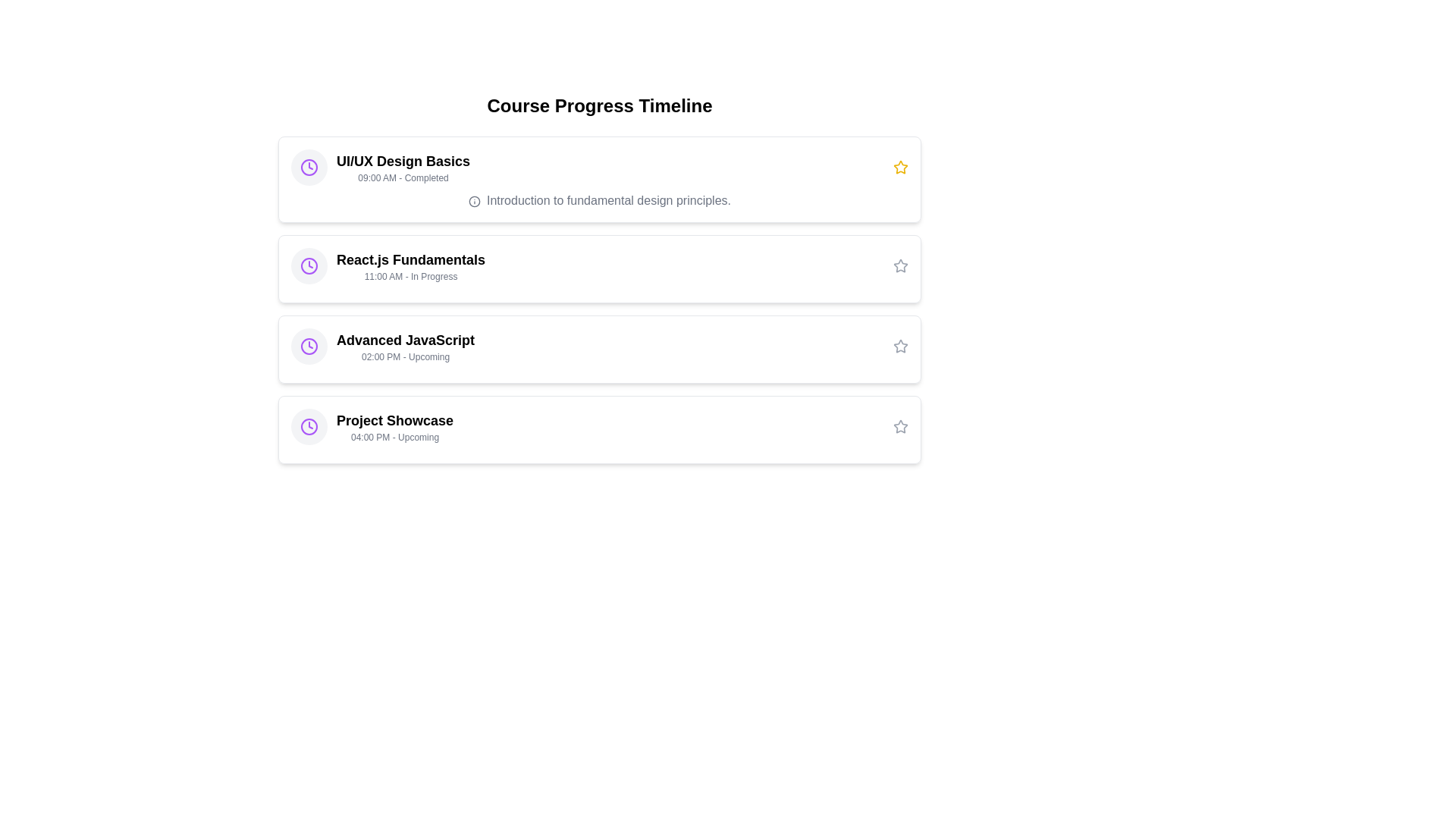  What do you see at coordinates (388, 265) in the screenshot?
I see `the information displayed in the scheduled course list item located between 'UI/UX Design Basics' and 'Advanced JavaScript'` at bounding box center [388, 265].